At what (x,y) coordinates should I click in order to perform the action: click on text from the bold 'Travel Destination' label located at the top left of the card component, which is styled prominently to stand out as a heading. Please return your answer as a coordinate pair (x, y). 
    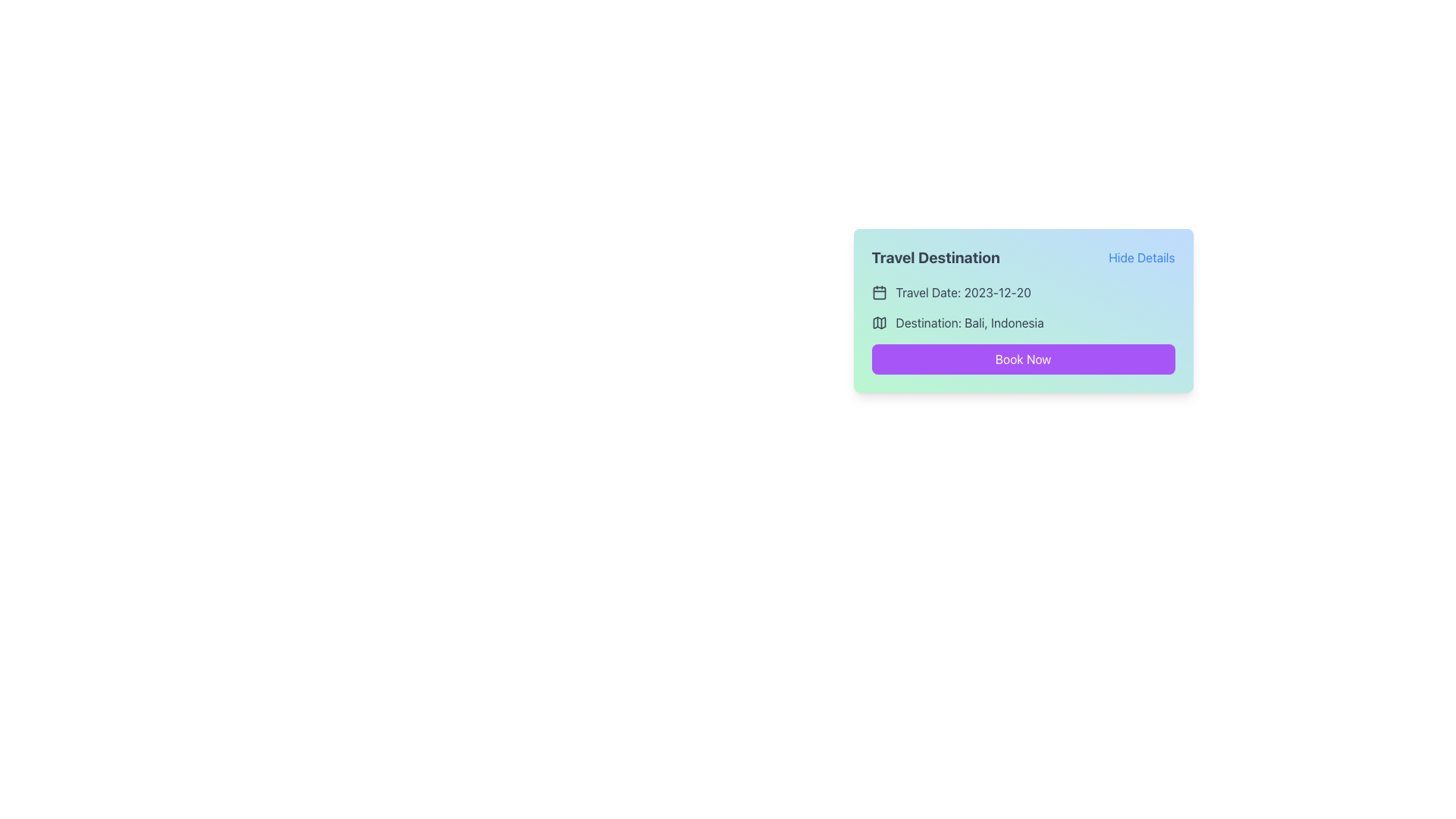
    Looking at the image, I should click on (935, 256).